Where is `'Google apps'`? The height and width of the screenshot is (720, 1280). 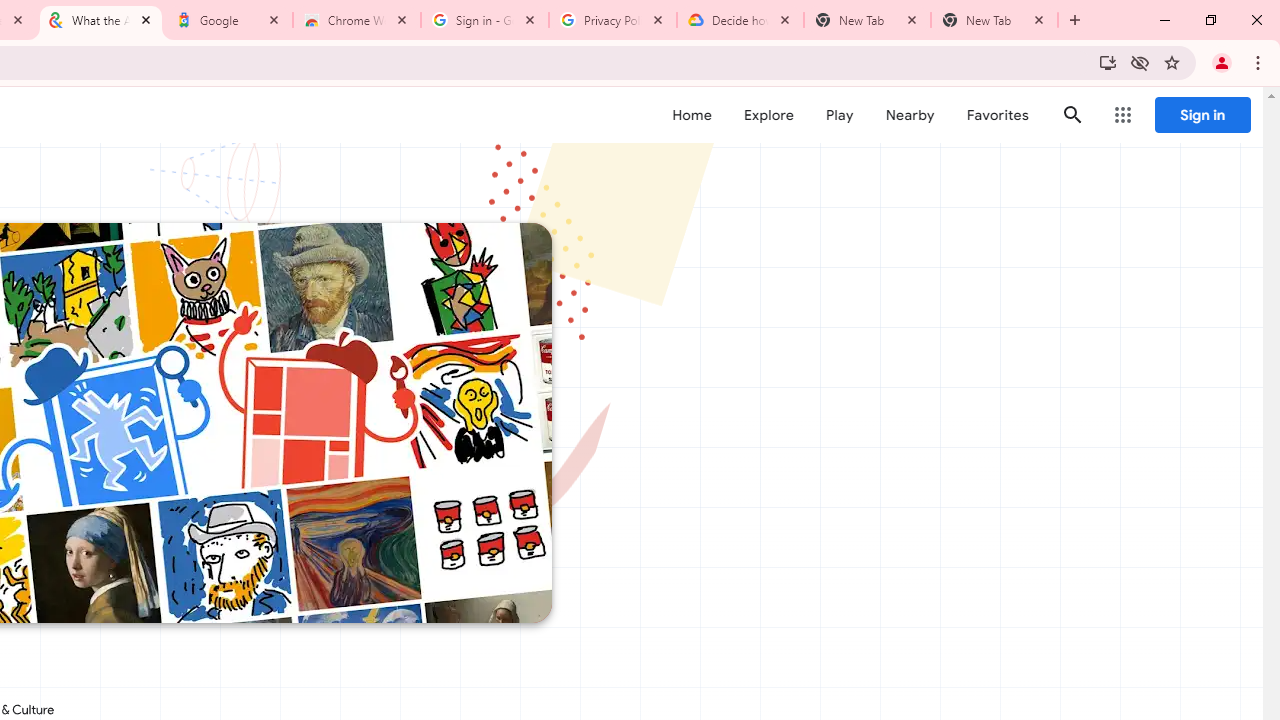 'Google apps' is located at coordinates (1123, 115).